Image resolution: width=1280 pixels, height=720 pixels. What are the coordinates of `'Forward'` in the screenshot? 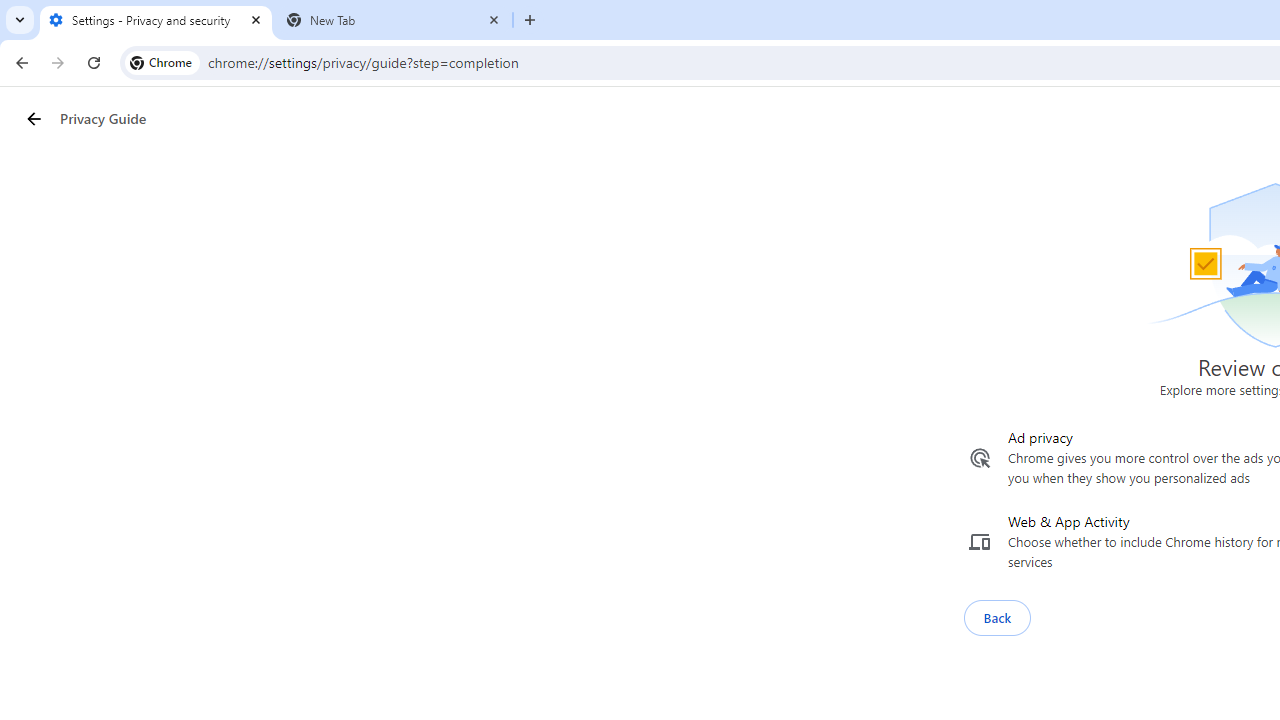 It's located at (58, 61).